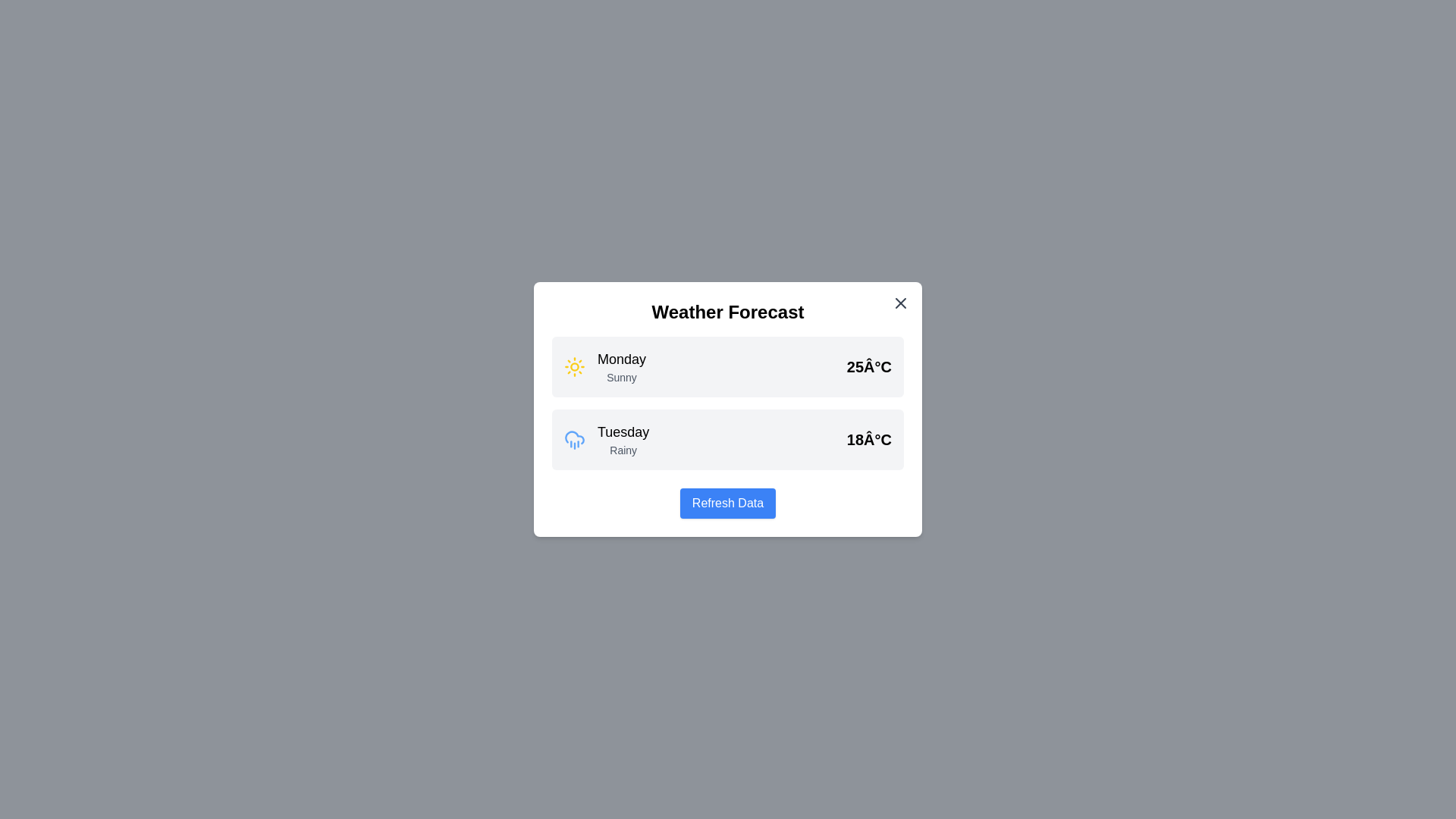 The image size is (1456, 819). I want to click on the text display element that shows 'Monday' in a larger font and 'Sunny' in a smaller gray font, located at the top-left of the weather forecast dialog, so click(622, 366).